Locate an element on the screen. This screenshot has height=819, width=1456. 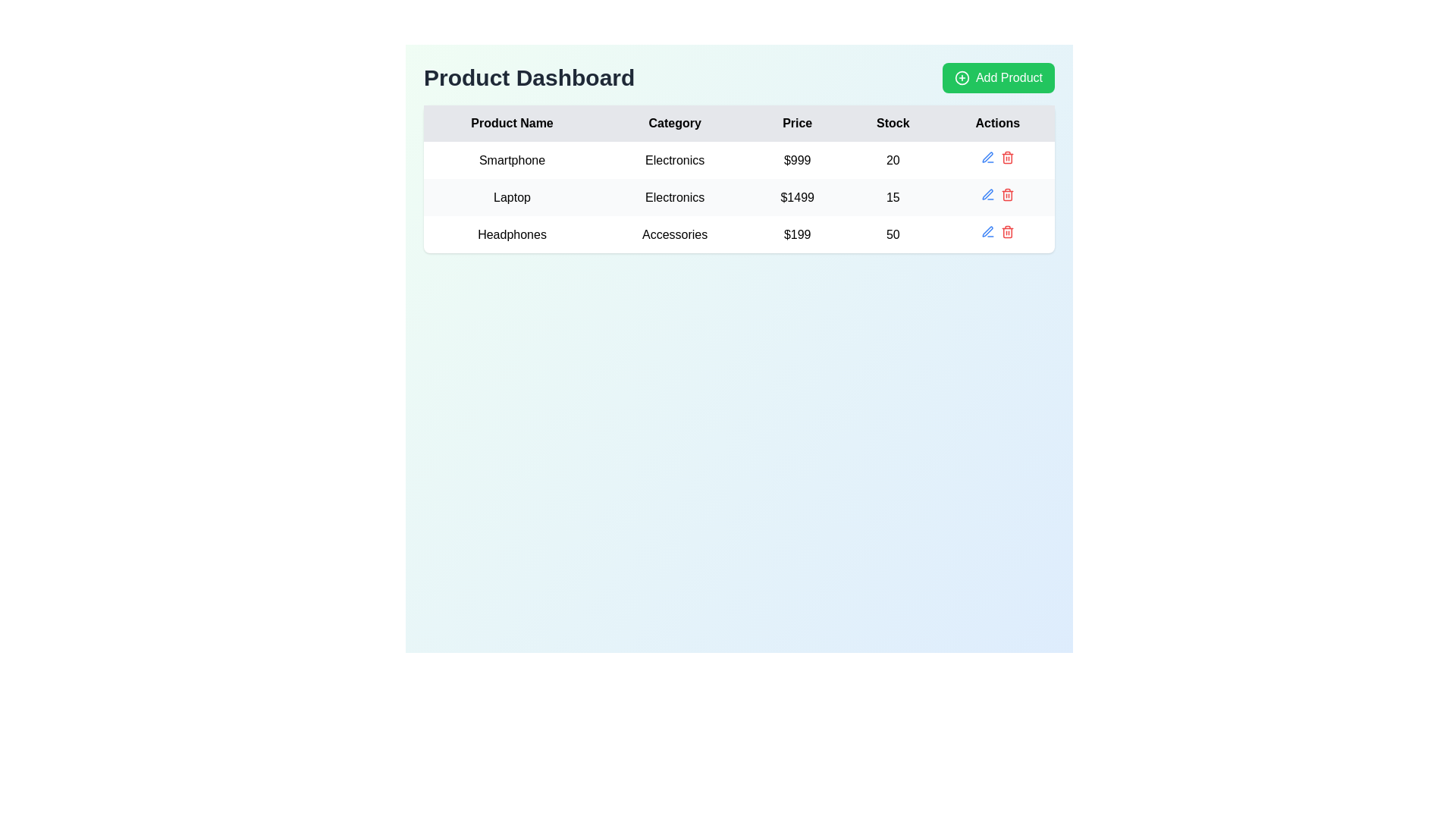
the third row in the product inventory table displaying details about 'Headphones' is located at coordinates (739, 234).